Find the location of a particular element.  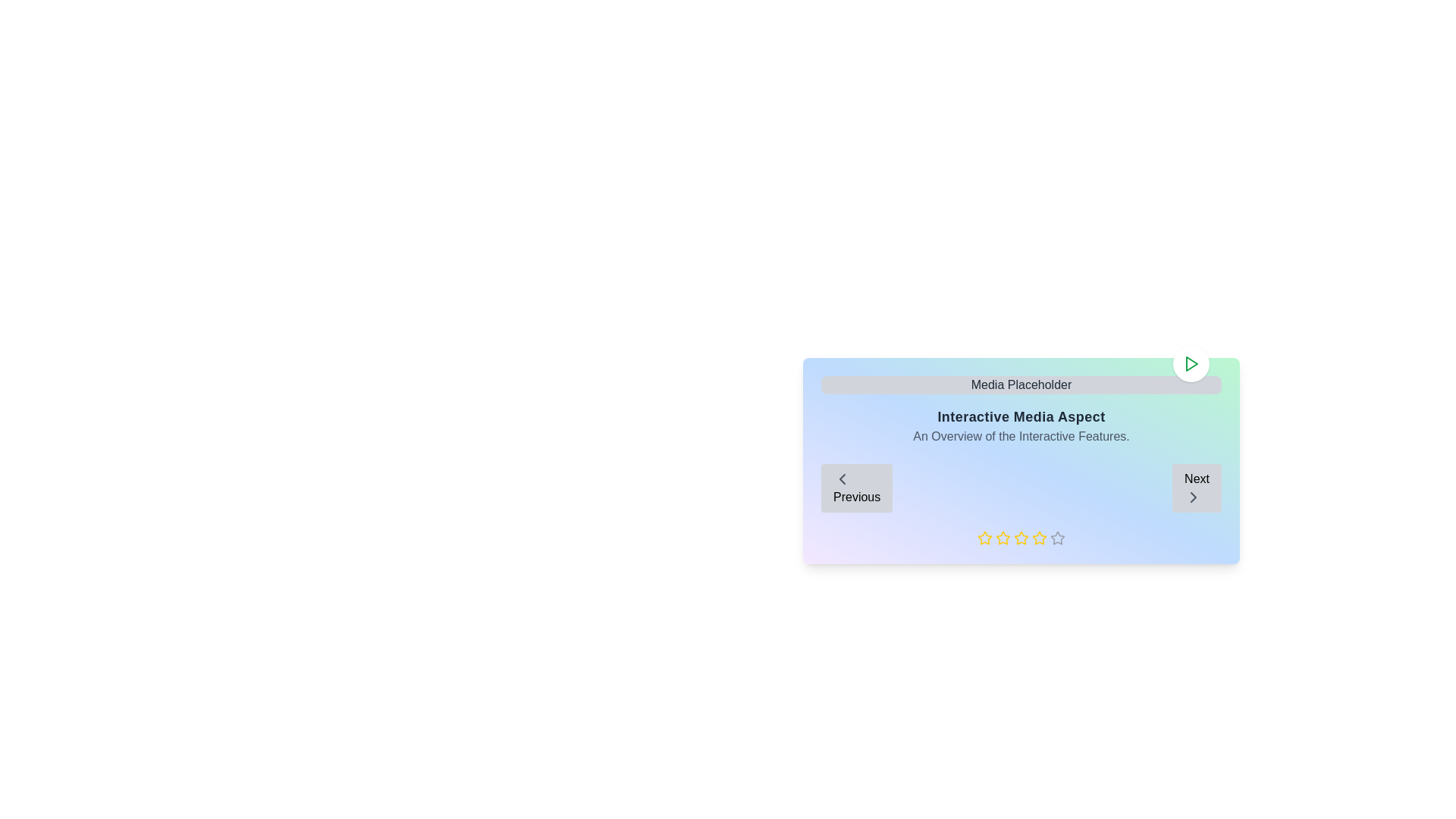

the navigation icon inside the gray 'Next' button is located at coordinates (1193, 497).